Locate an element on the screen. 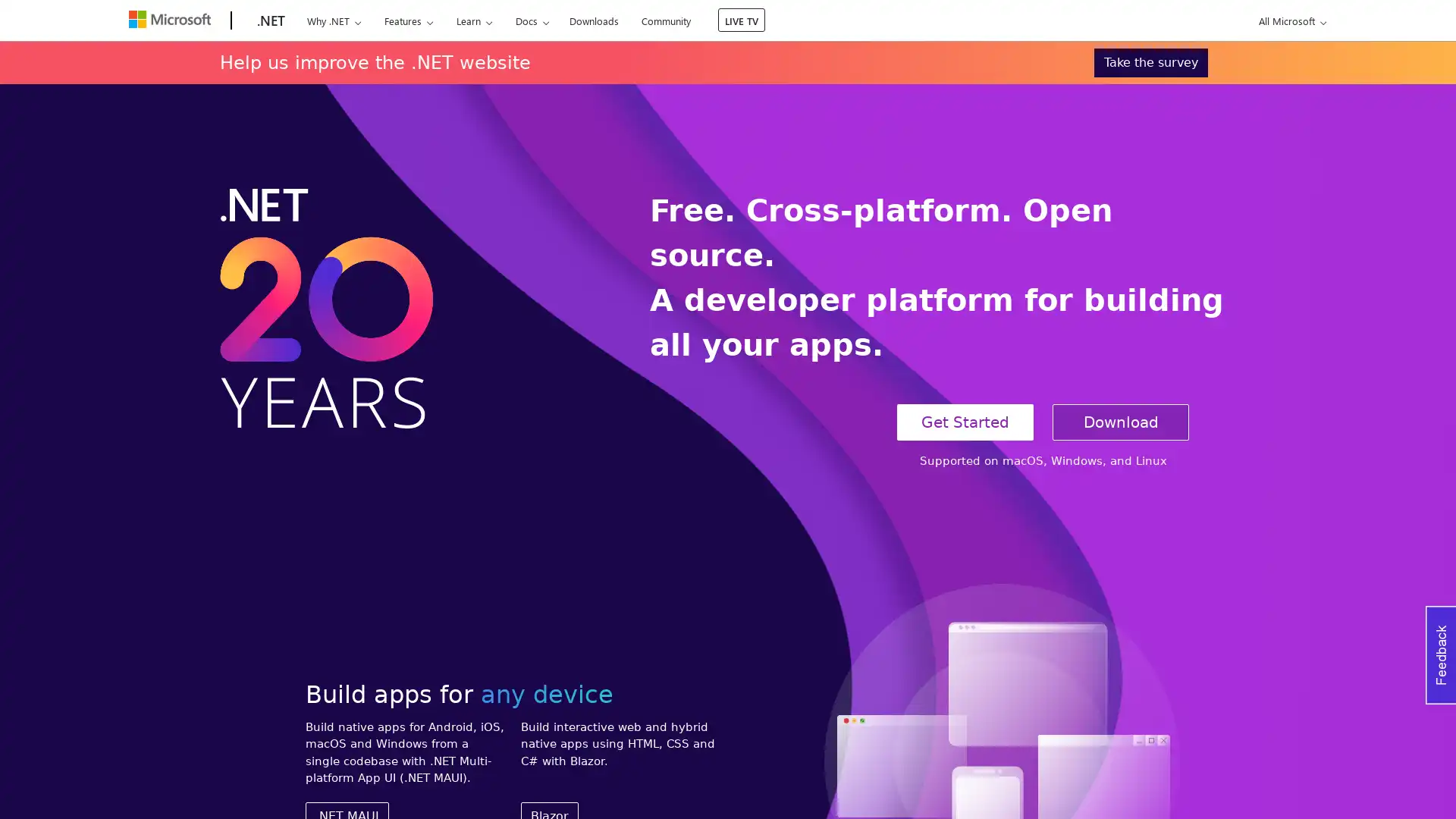  Why .NET is located at coordinates (333, 20).